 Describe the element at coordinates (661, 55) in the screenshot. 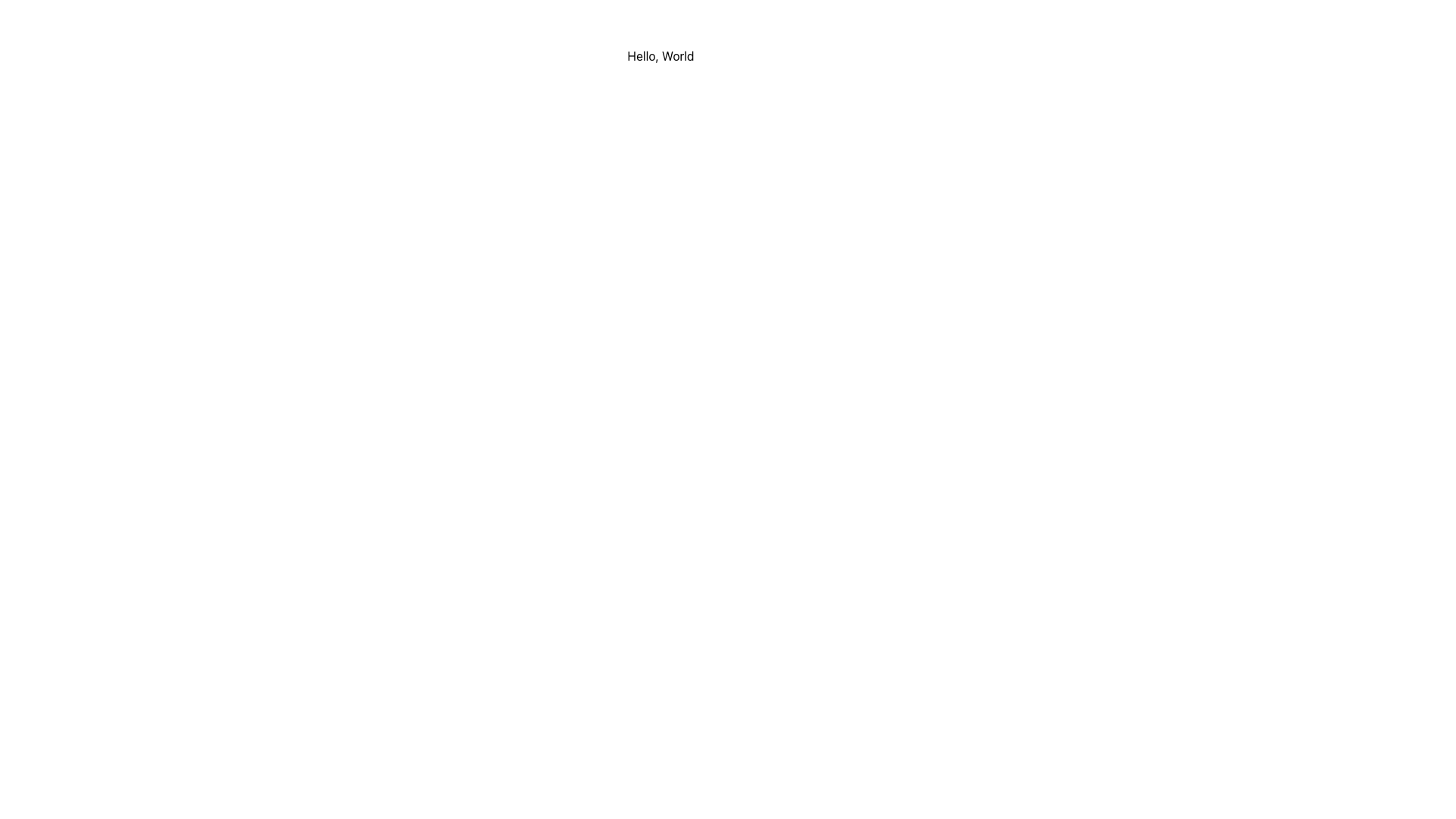

I see `the text label displaying 'Hello, World', which is styled in black color and positioned near the top of the interface` at that location.